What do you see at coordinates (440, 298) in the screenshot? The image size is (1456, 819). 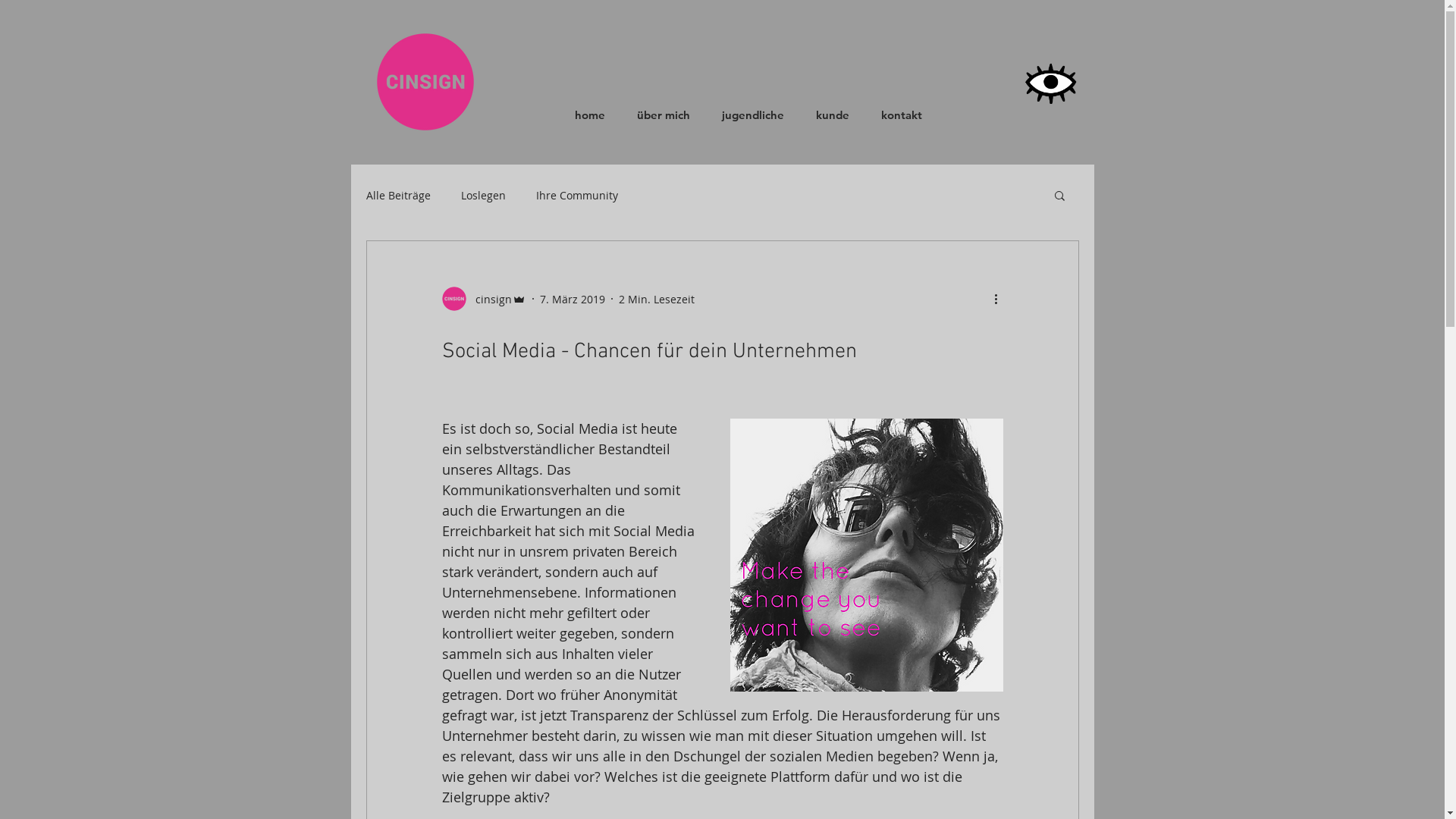 I see `'cinsign'` at bounding box center [440, 298].